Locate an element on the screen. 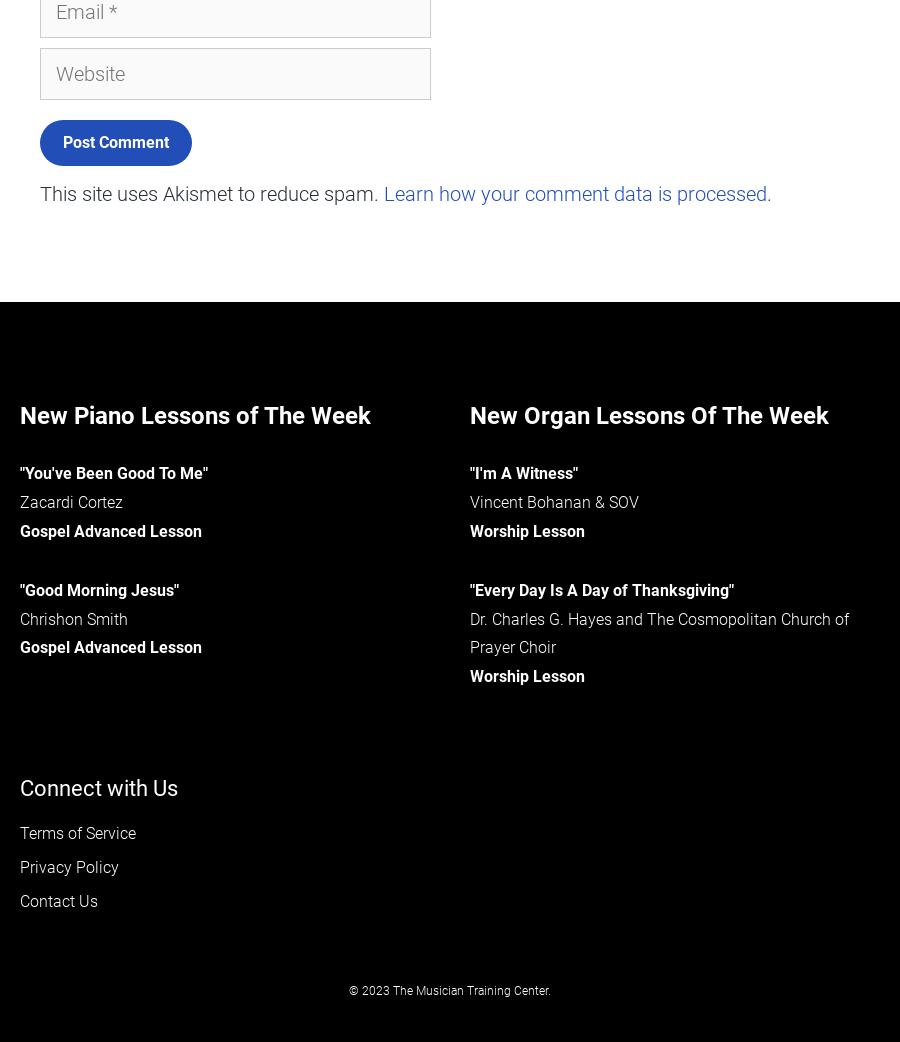 The width and height of the screenshot is (900, 1042). 'Learn how your comment data is processed' is located at coordinates (575, 191).